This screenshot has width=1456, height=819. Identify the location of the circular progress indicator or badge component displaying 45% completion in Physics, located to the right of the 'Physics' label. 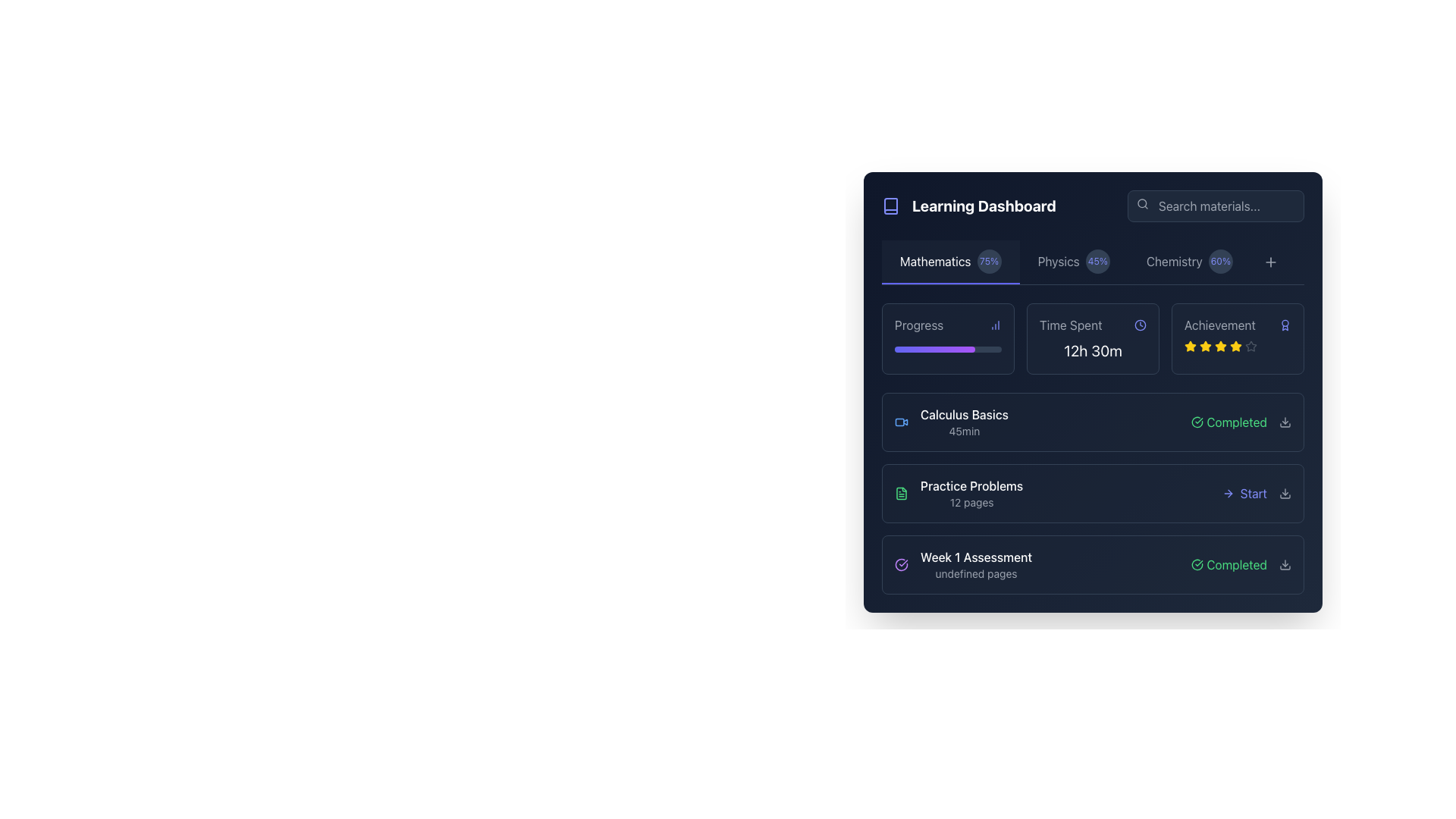
(1097, 260).